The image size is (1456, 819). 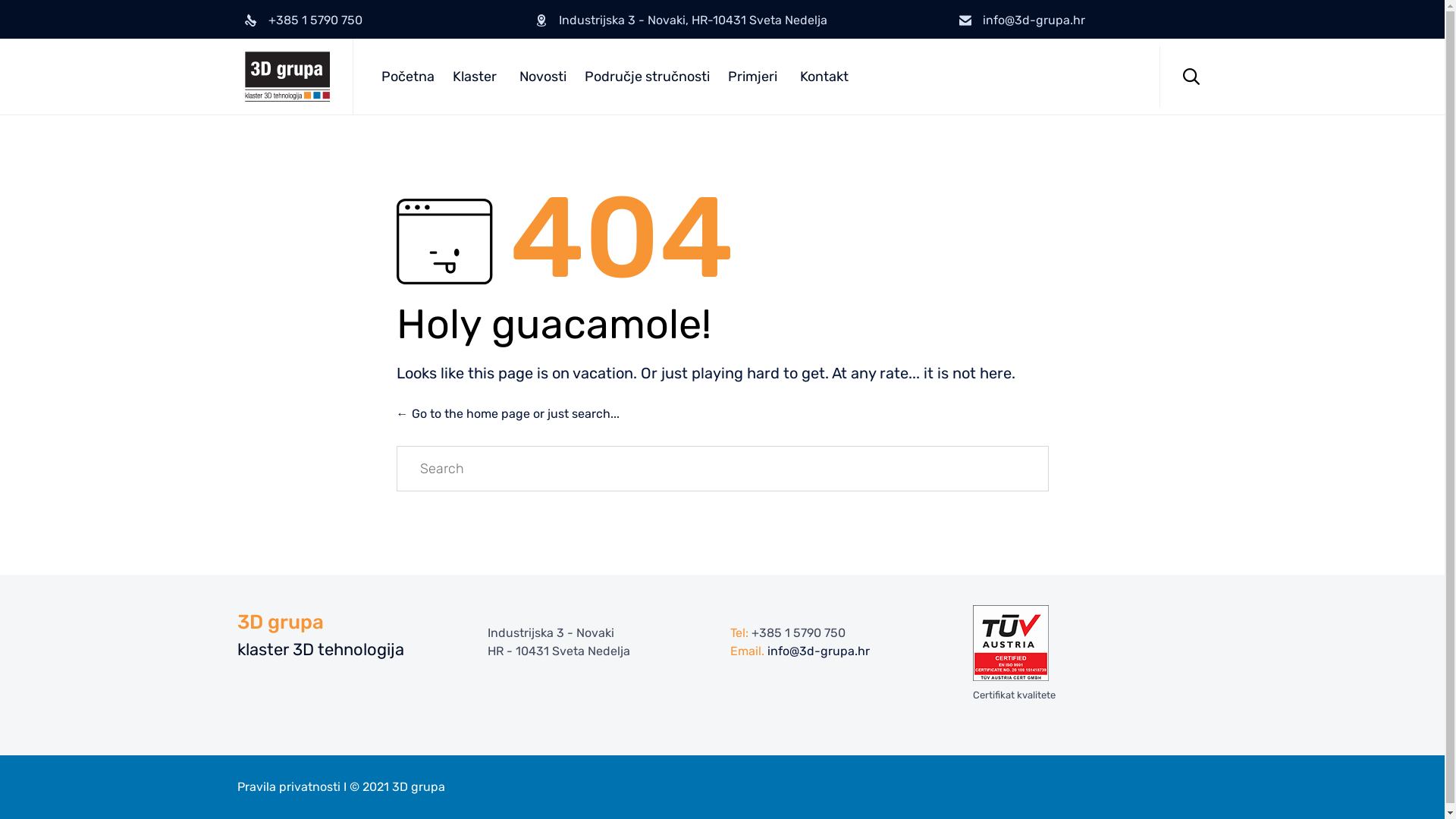 I want to click on 'Klaster', so click(x=475, y=76).